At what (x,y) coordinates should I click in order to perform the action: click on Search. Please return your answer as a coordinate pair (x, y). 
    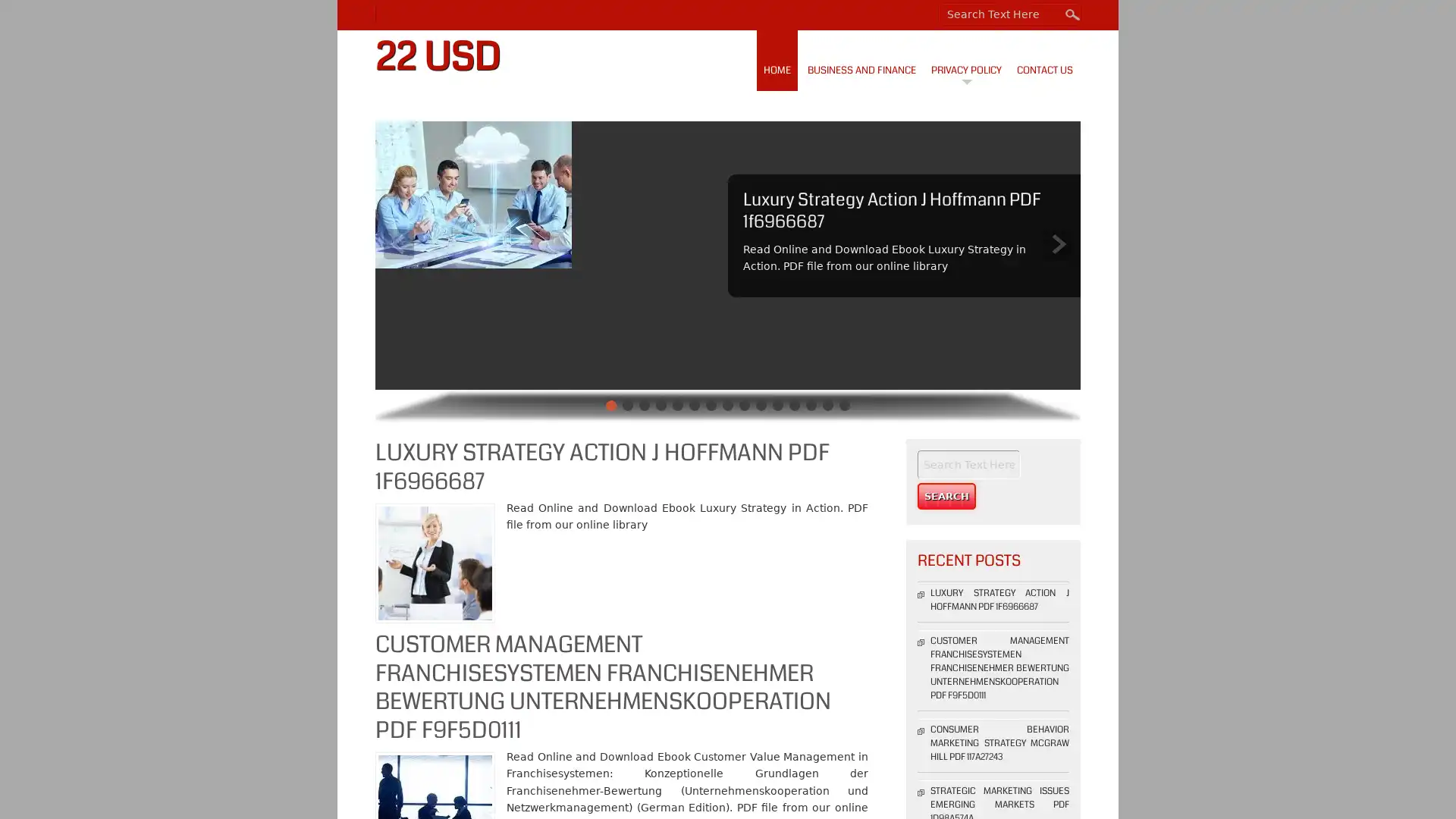
    Looking at the image, I should click on (946, 496).